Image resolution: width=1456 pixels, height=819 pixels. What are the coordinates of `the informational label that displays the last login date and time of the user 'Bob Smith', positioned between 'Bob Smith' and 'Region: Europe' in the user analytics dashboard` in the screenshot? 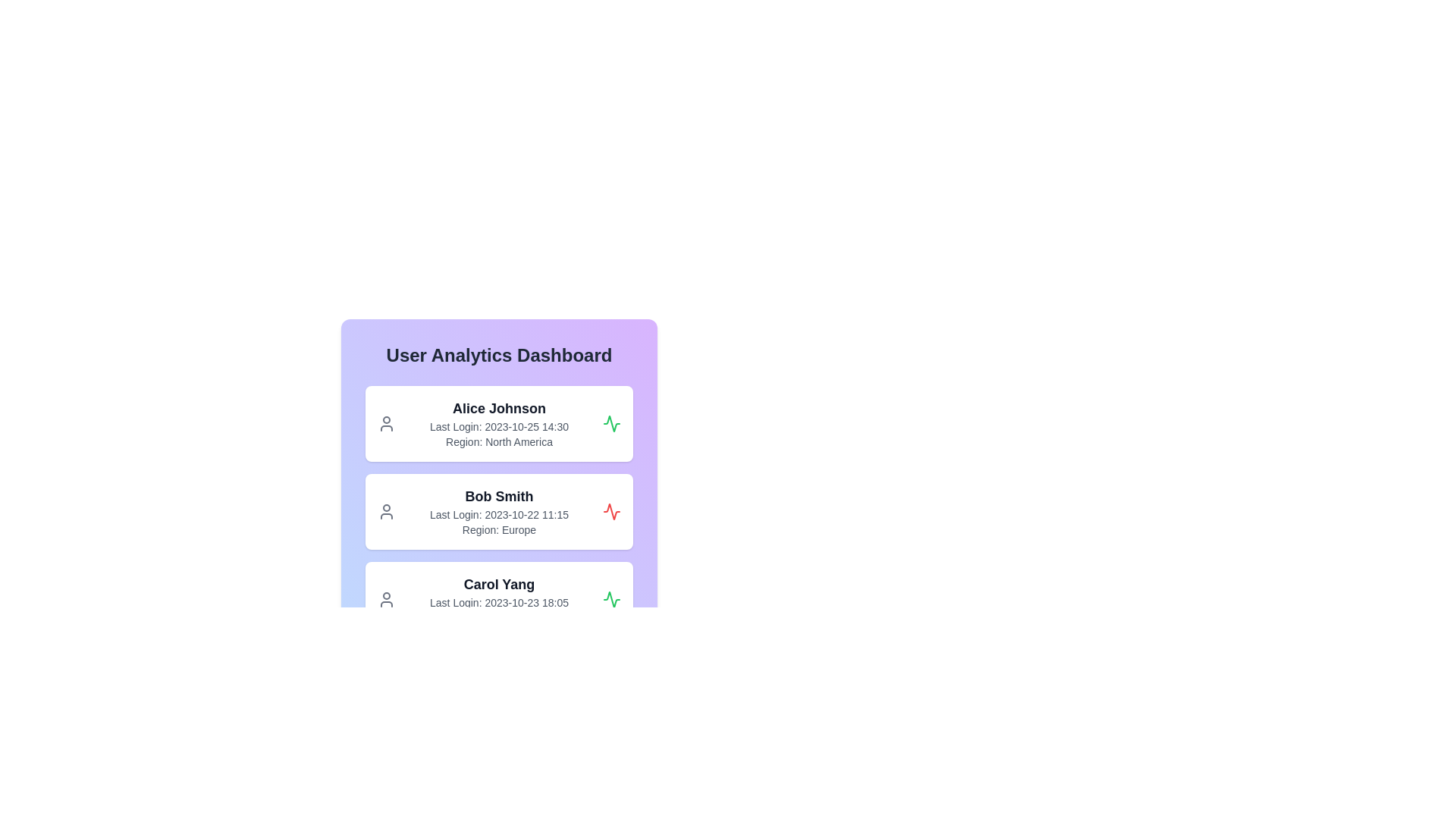 It's located at (499, 513).